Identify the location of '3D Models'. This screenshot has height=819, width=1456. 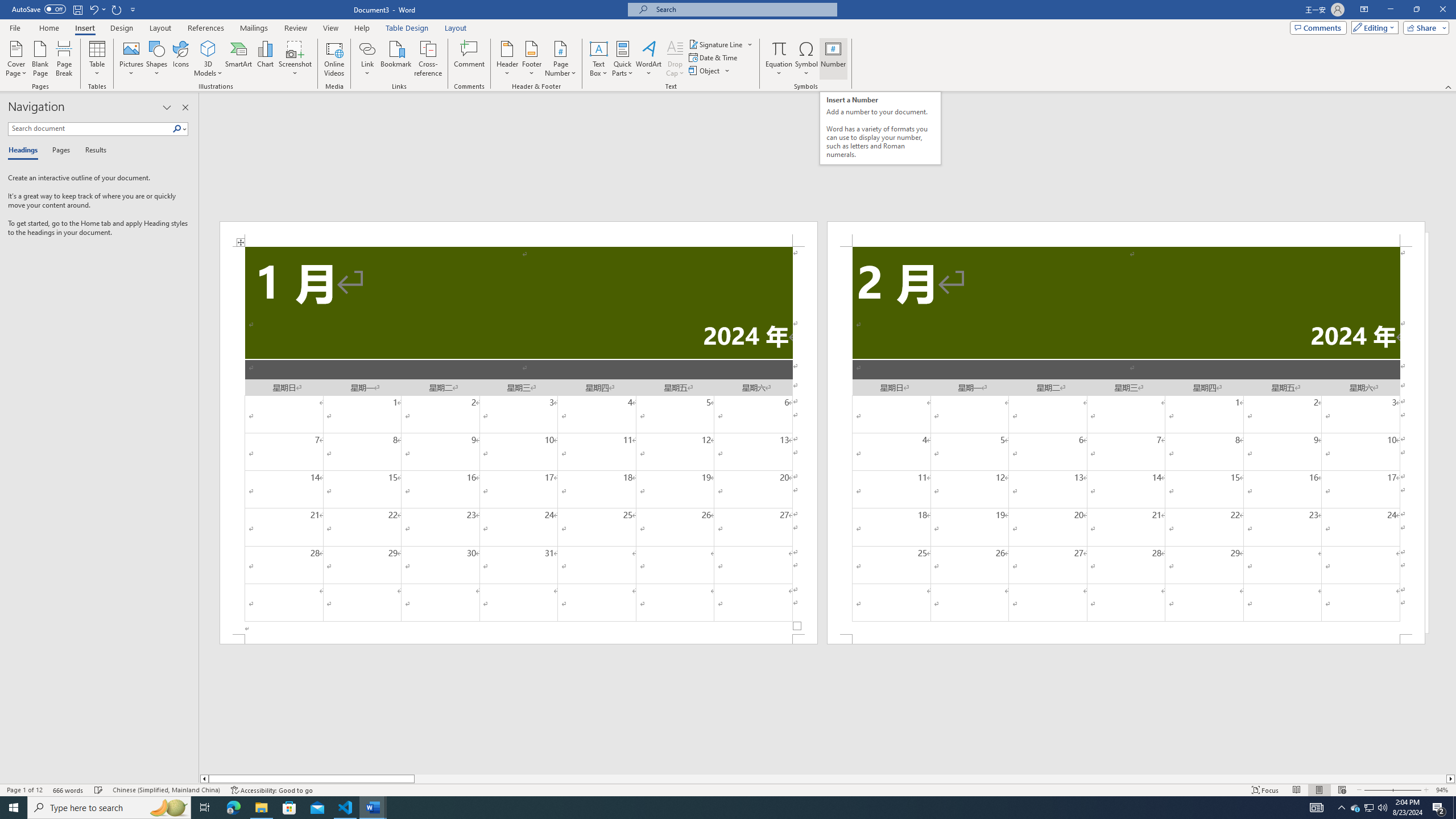
(208, 48).